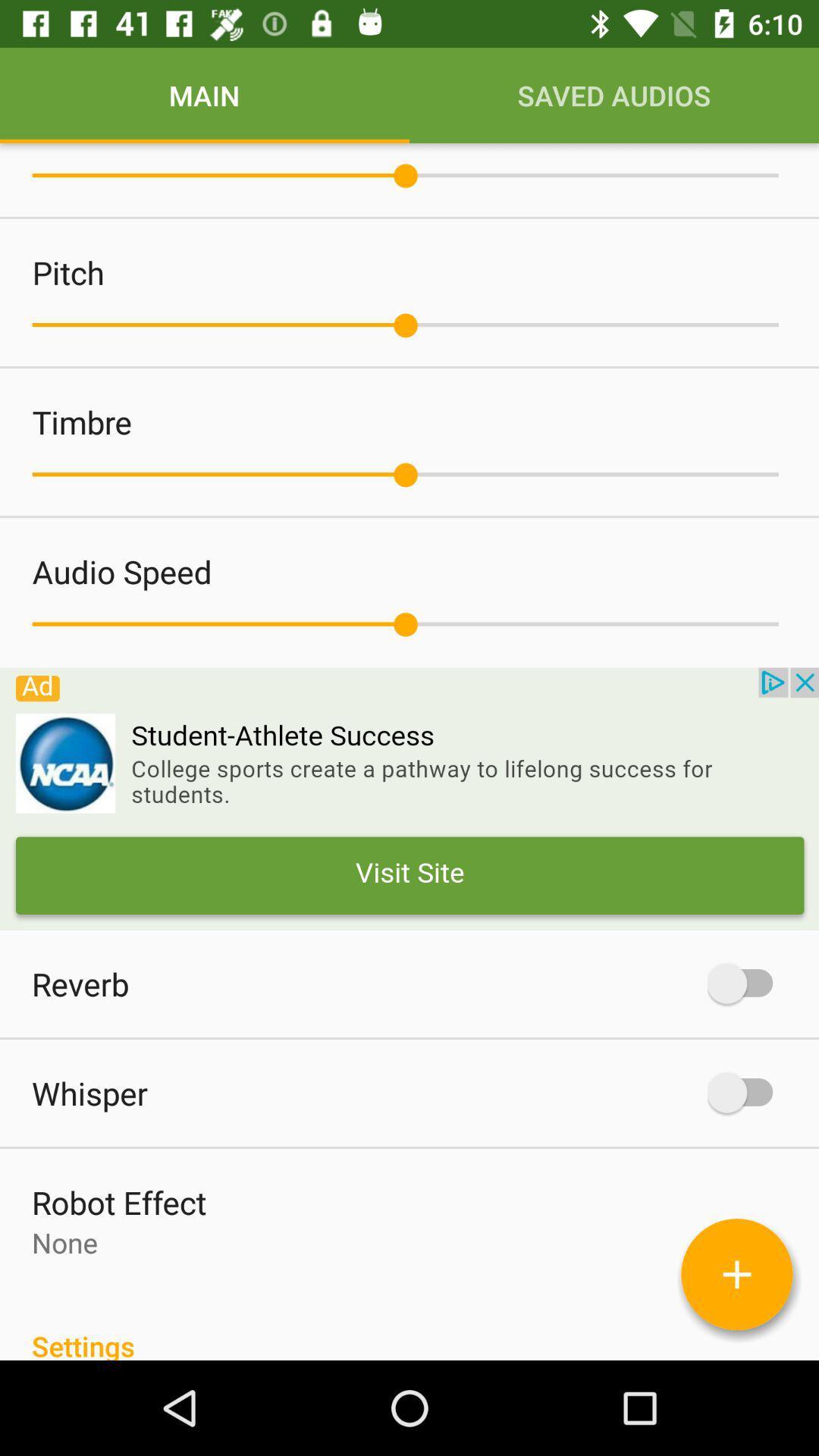 The image size is (819, 1456). I want to click on click on the advertisement, so click(409, 798).